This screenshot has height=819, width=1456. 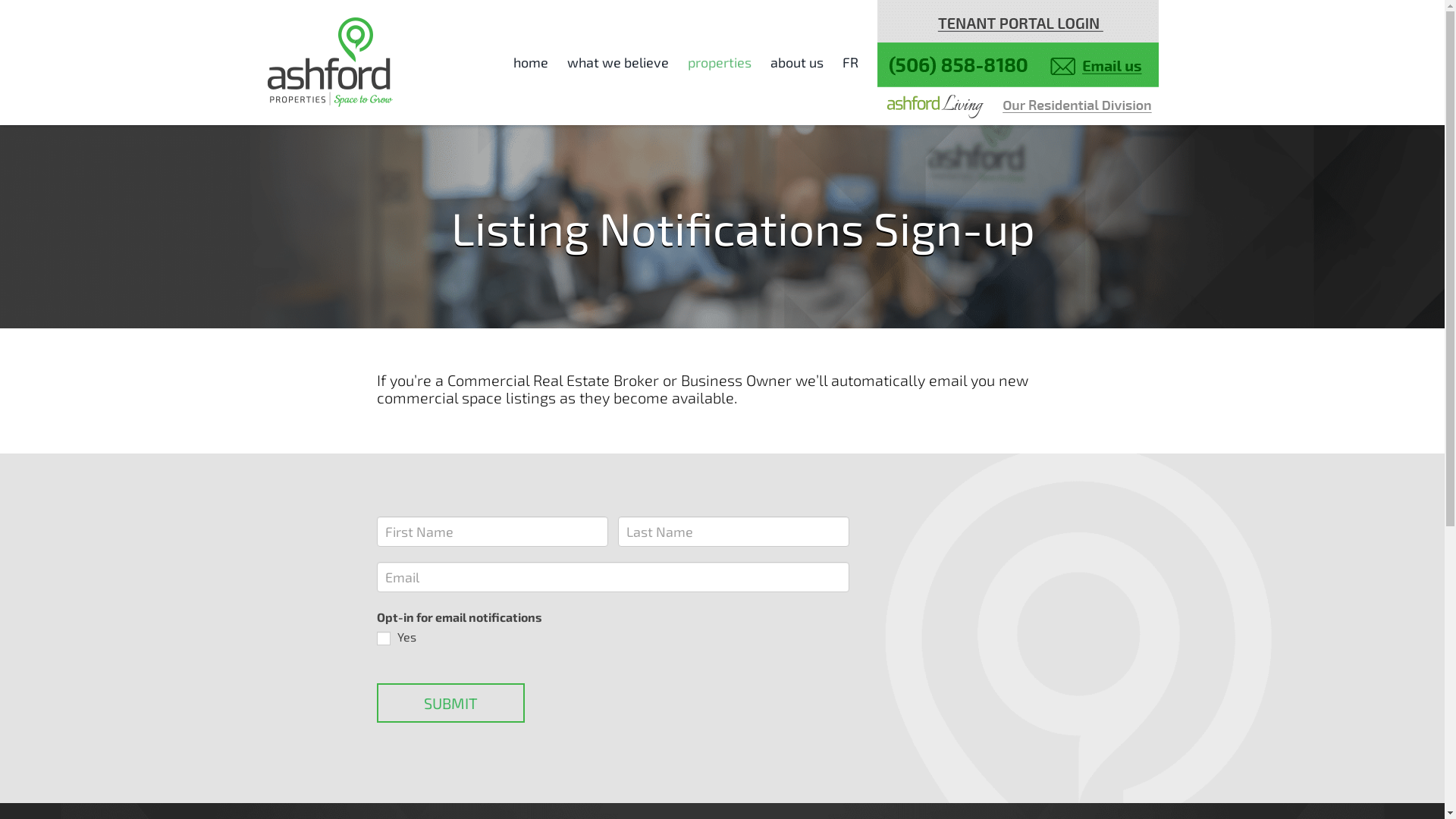 I want to click on 'SUBMIT', so click(x=449, y=702).